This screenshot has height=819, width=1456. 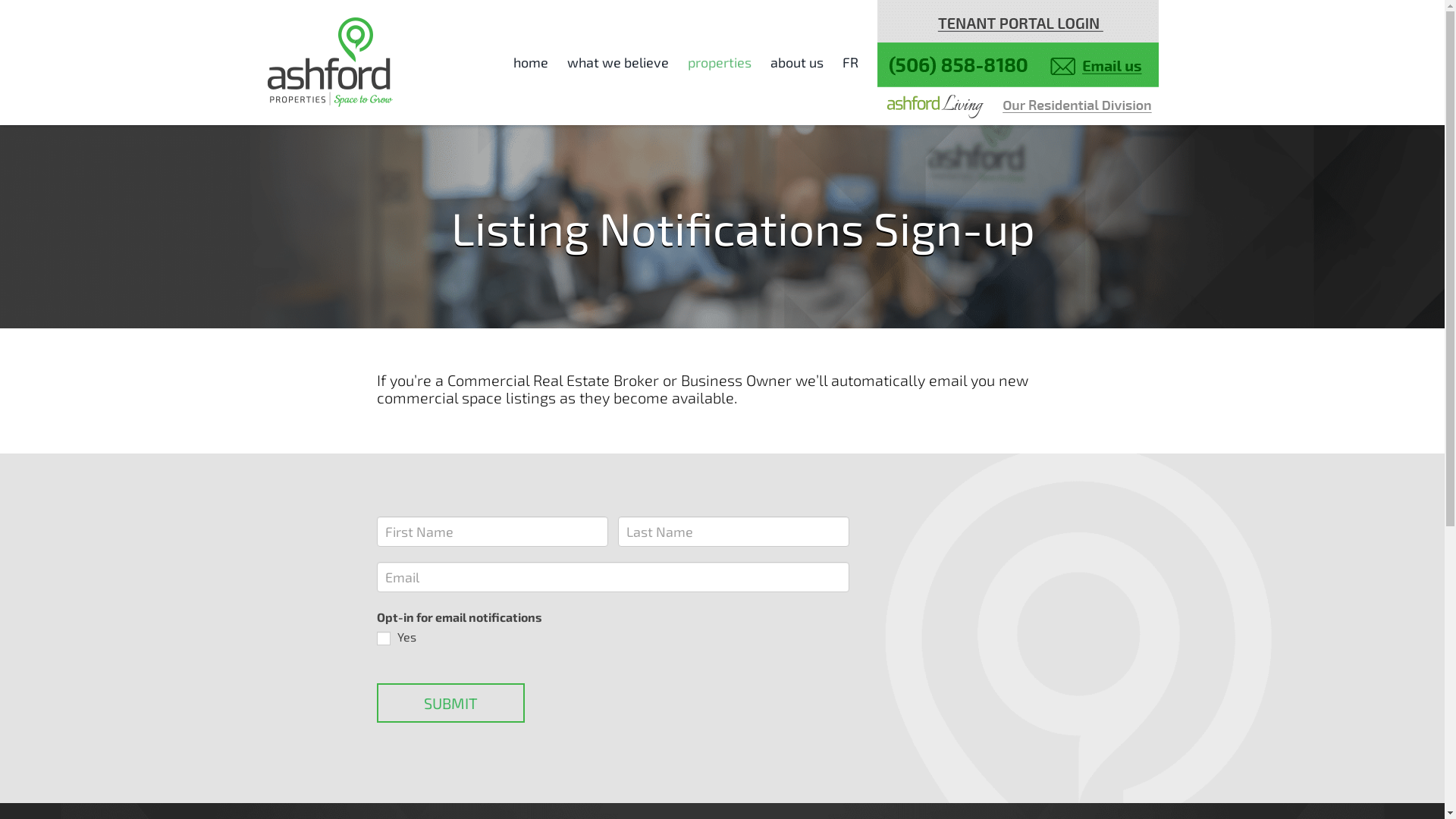 I want to click on 'SUBMIT', so click(x=449, y=702).